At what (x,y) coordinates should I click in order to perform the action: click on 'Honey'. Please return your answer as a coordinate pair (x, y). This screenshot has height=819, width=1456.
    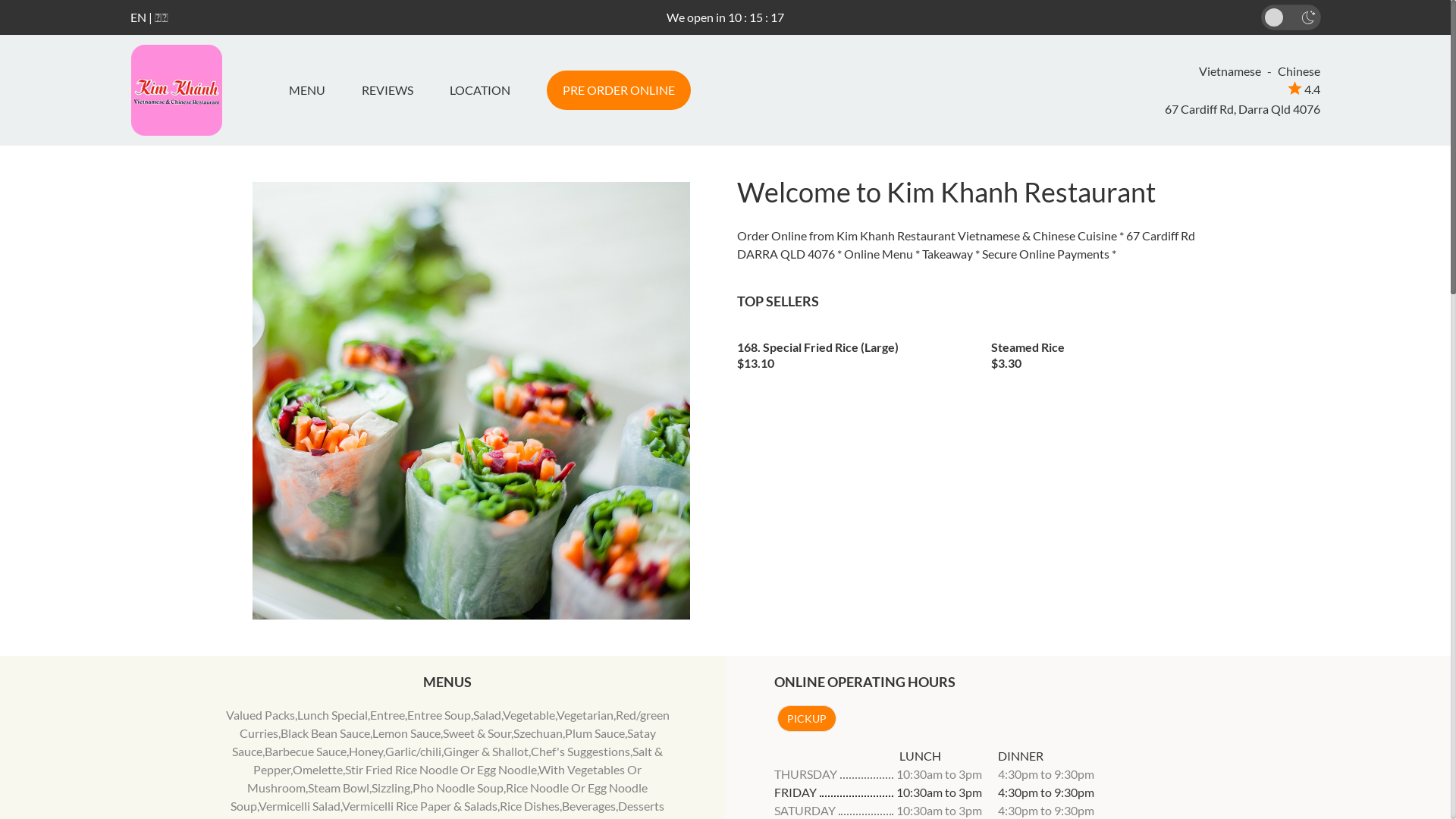
    Looking at the image, I should click on (366, 751).